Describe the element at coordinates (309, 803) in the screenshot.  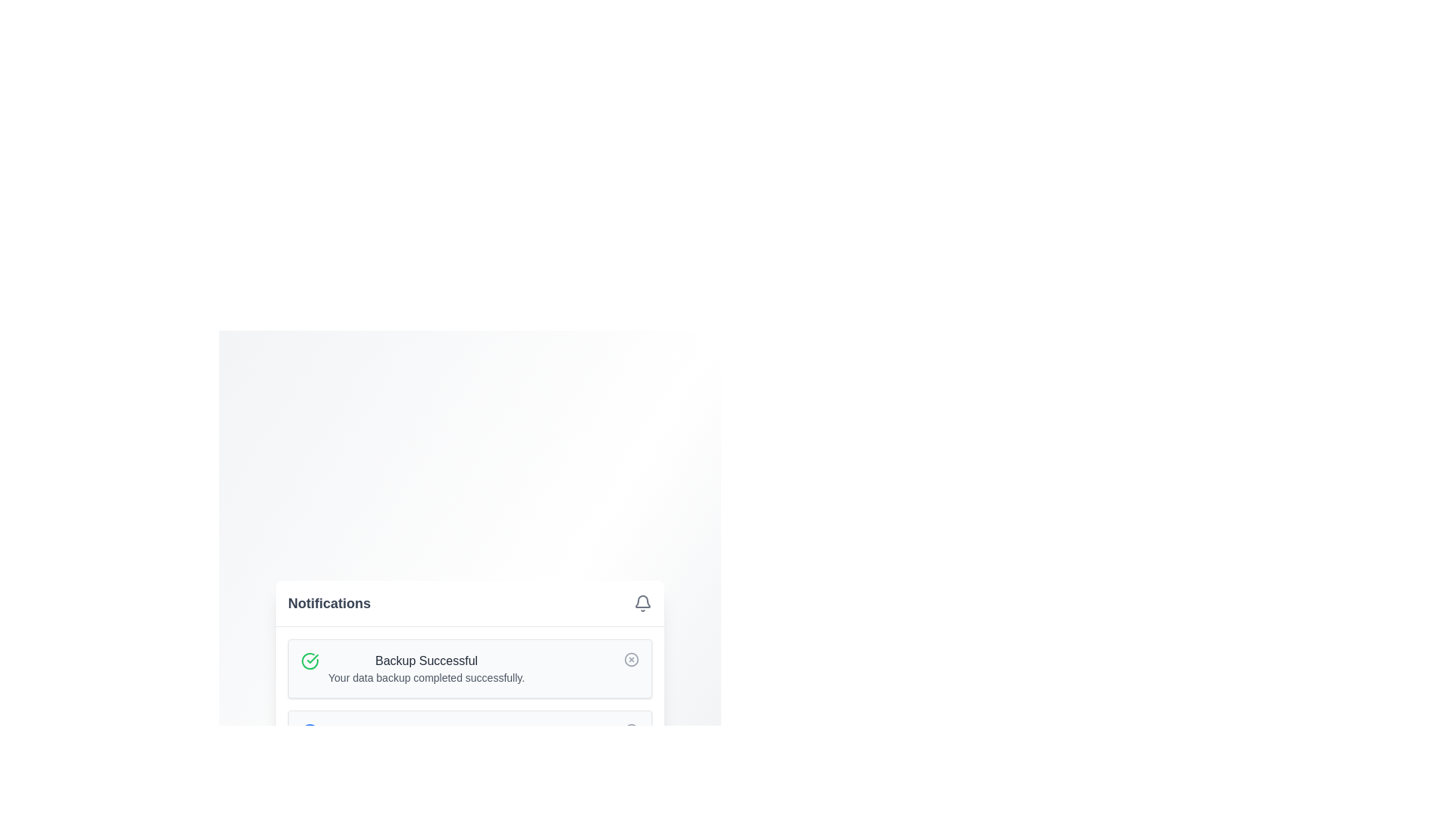
I see `the alert icon located in the bottom left section of the user interface, which serves as a visual indicator for alerts, warnings, or important messages requiring user attention` at that location.